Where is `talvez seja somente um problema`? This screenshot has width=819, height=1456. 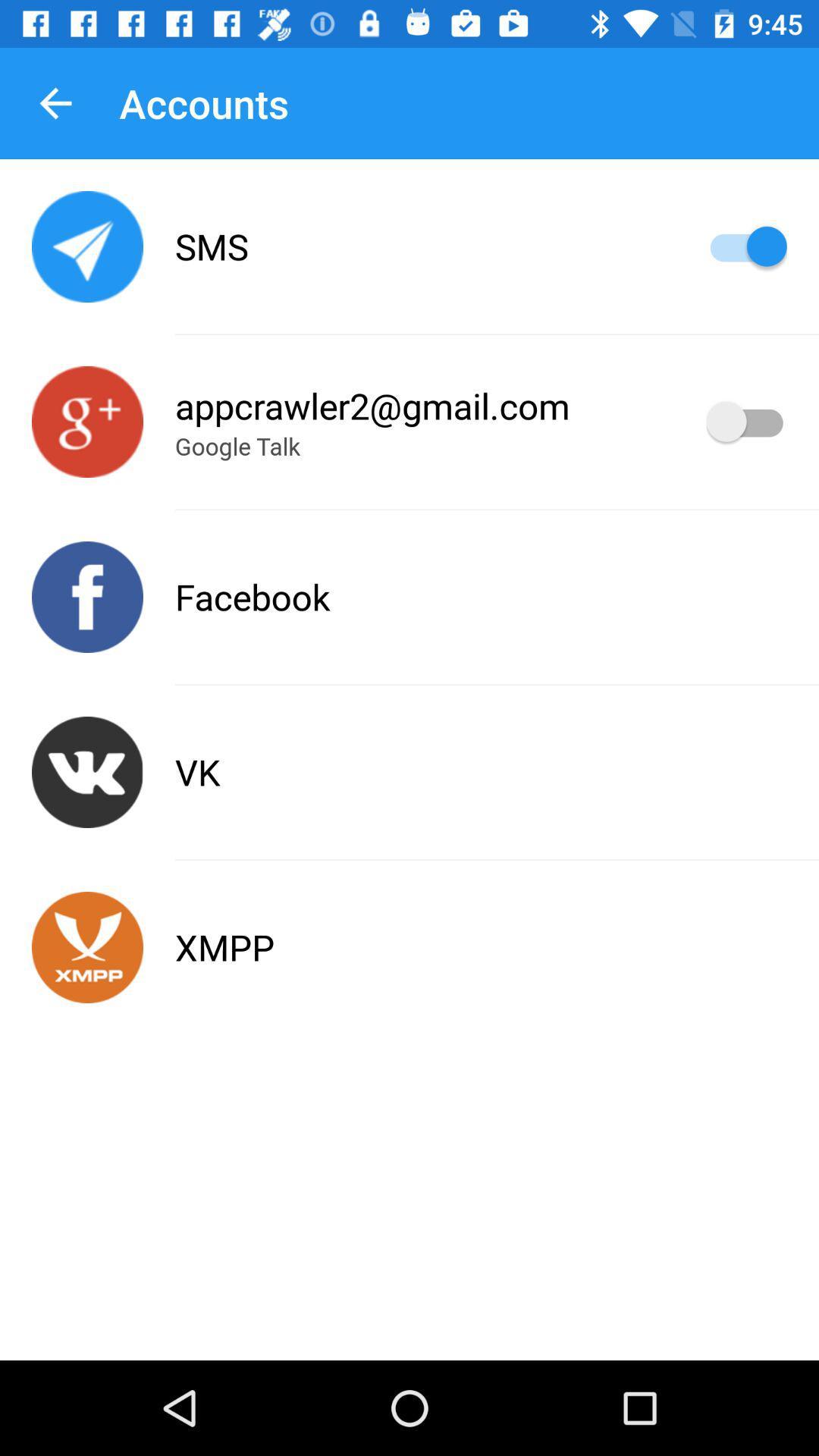
talvez seja somente um problema is located at coordinates (87, 772).